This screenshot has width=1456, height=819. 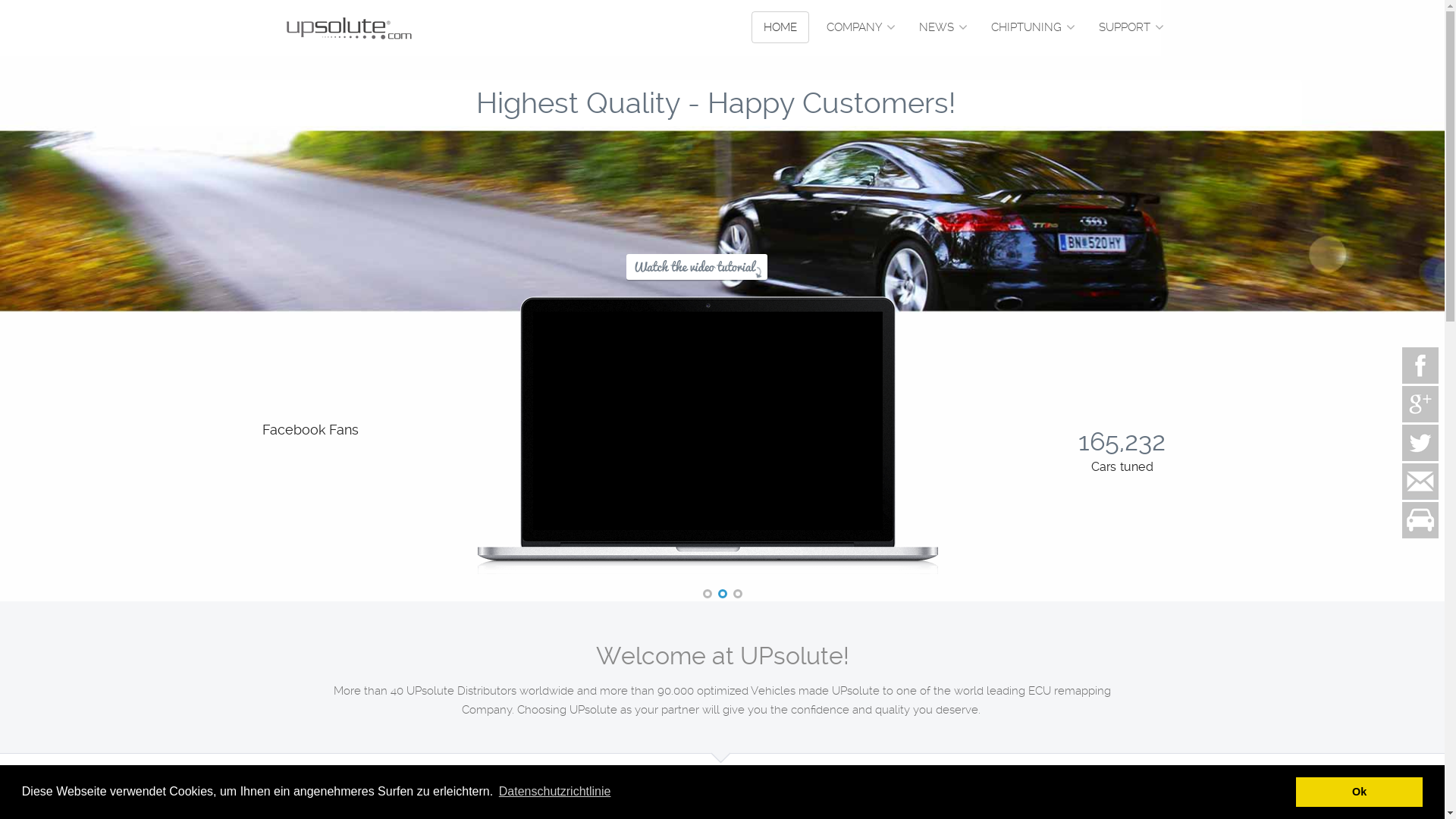 What do you see at coordinates (1359, 791) in the screenshot?
I see `'Ok'` at bounding box center [1359, 791].